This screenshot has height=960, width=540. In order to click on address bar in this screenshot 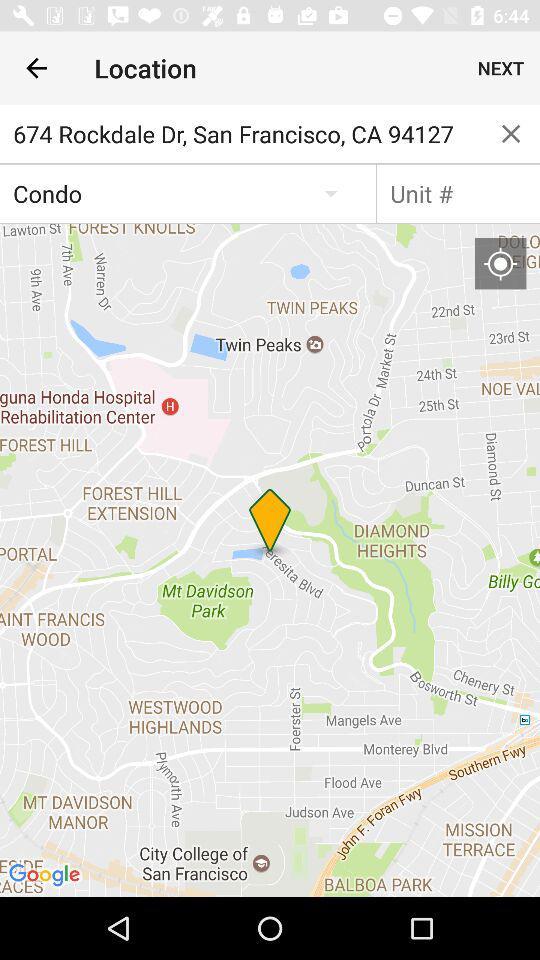, I will do `click(458, 193)`.